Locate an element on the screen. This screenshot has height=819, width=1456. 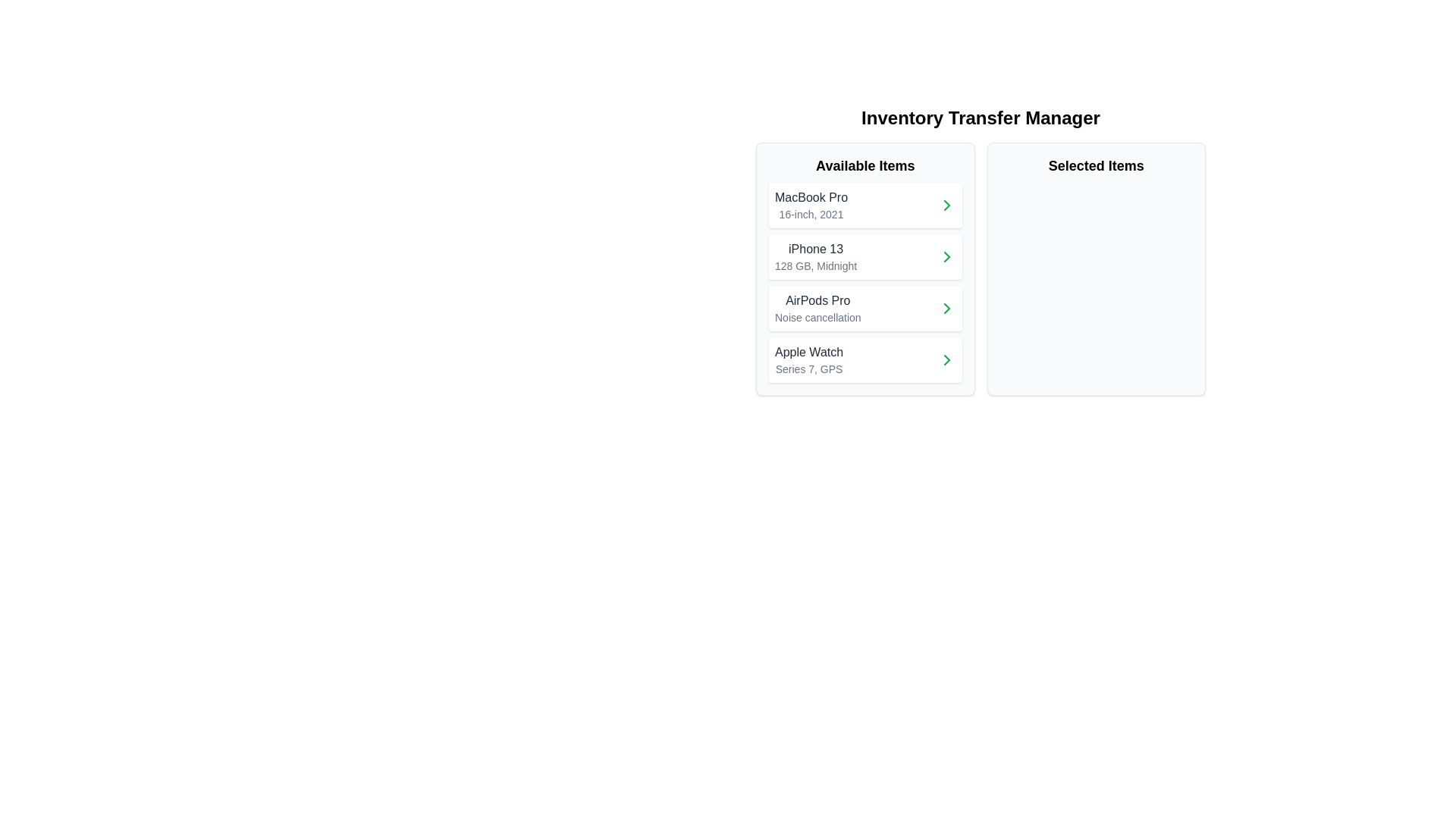
the text label displaying 'Noise cancellation' located directly below the bold label 'AirPods Pro' in the 'Available Items' panel is located at coordinates (817, 317).